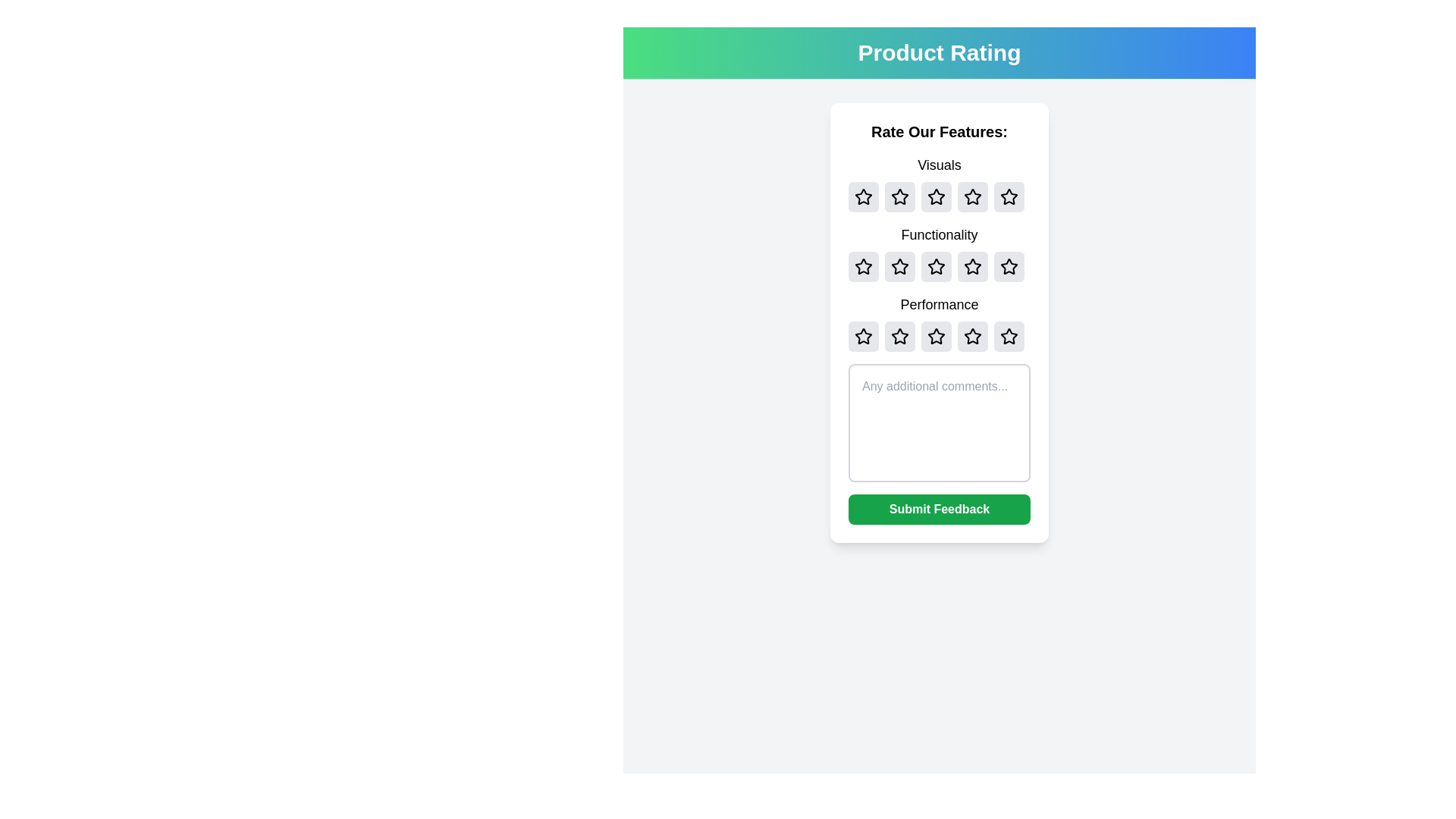 This screenshot has width=1456, height=819. What do you see at coordinates (938, 322) in the screenshot?
I see `the Rating component` at bounding box center [938, 322].